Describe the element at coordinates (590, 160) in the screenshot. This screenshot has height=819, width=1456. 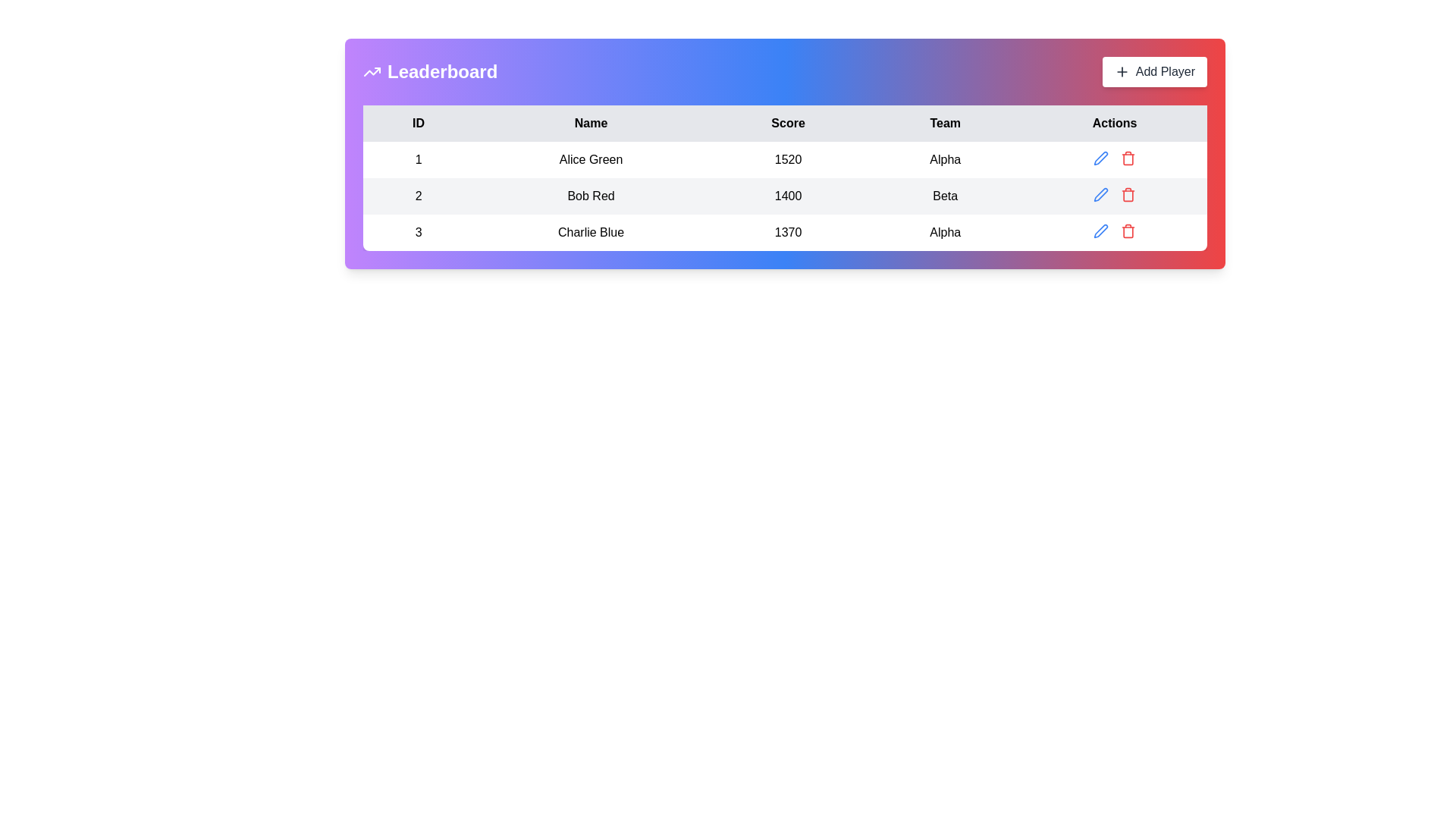
I see `text displayed in the user name label located in the second column of the first row of the leaderboard table` at that location.